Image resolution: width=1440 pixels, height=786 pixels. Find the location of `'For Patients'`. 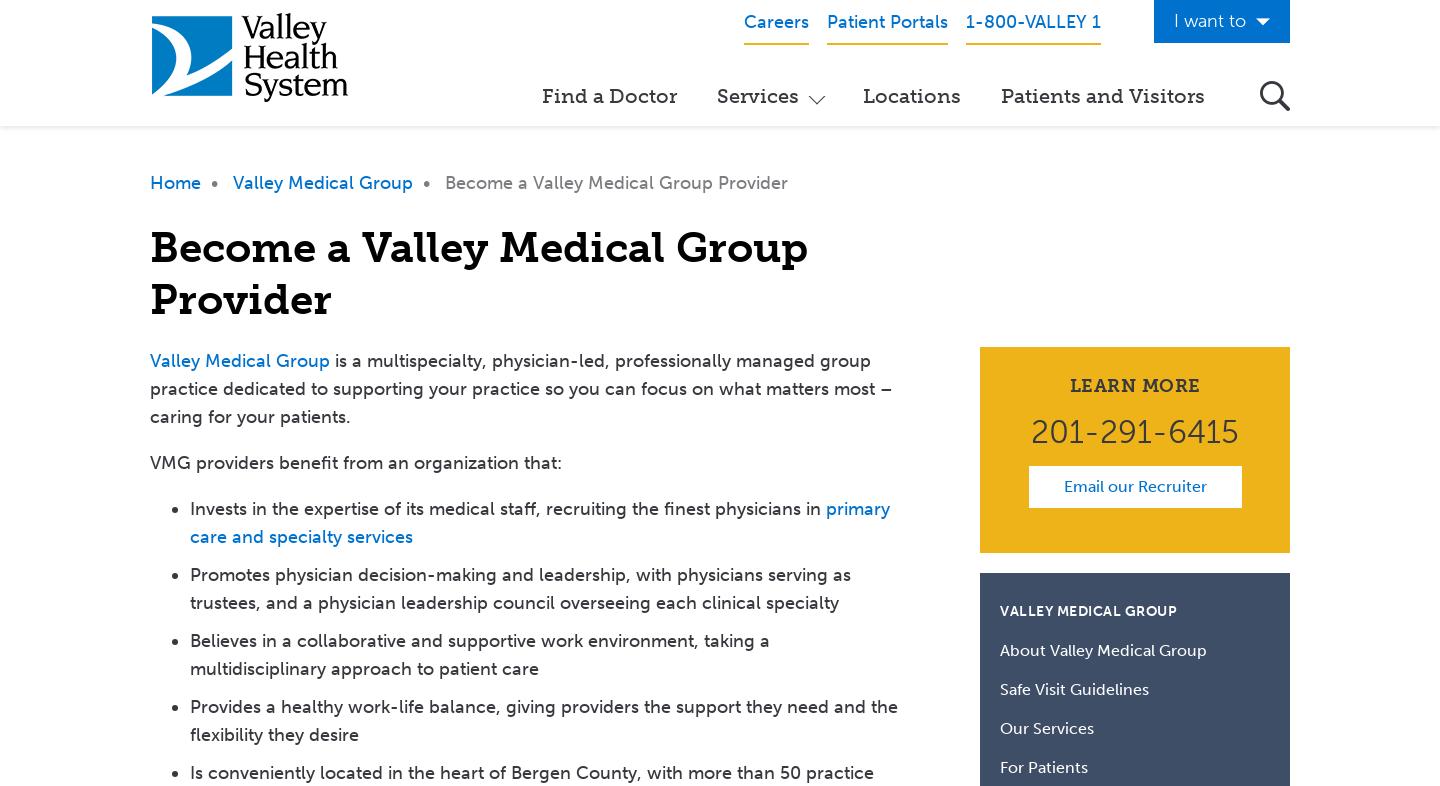

'For Patients' is located at coordinates (1044, 767).